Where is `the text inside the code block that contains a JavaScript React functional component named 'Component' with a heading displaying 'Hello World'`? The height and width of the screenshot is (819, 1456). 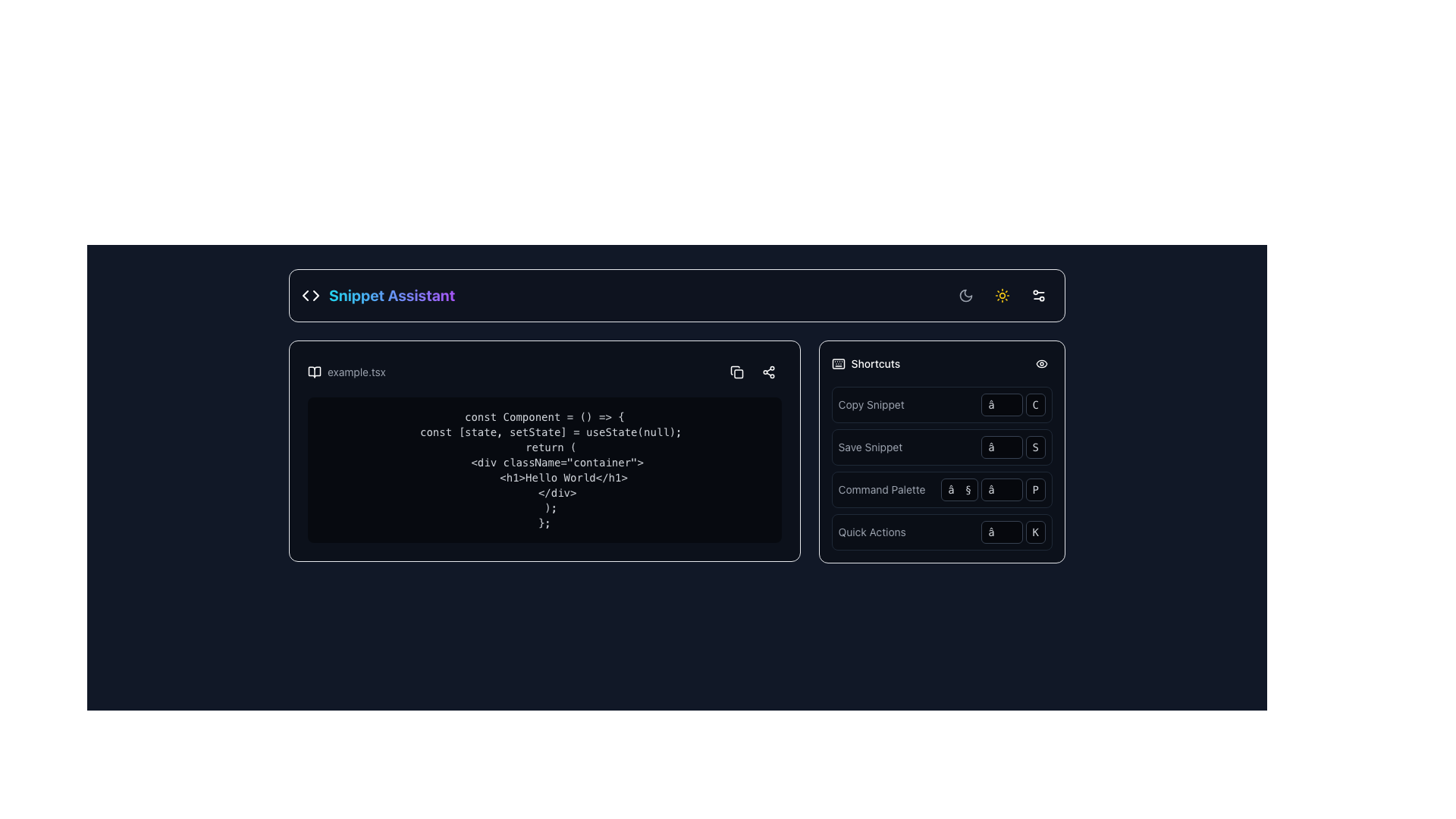 the text inside the code block that contains a JavaScript React functional component named 'Component' with a heading displaying 'Hello World' is located at coordinates (544, 469).